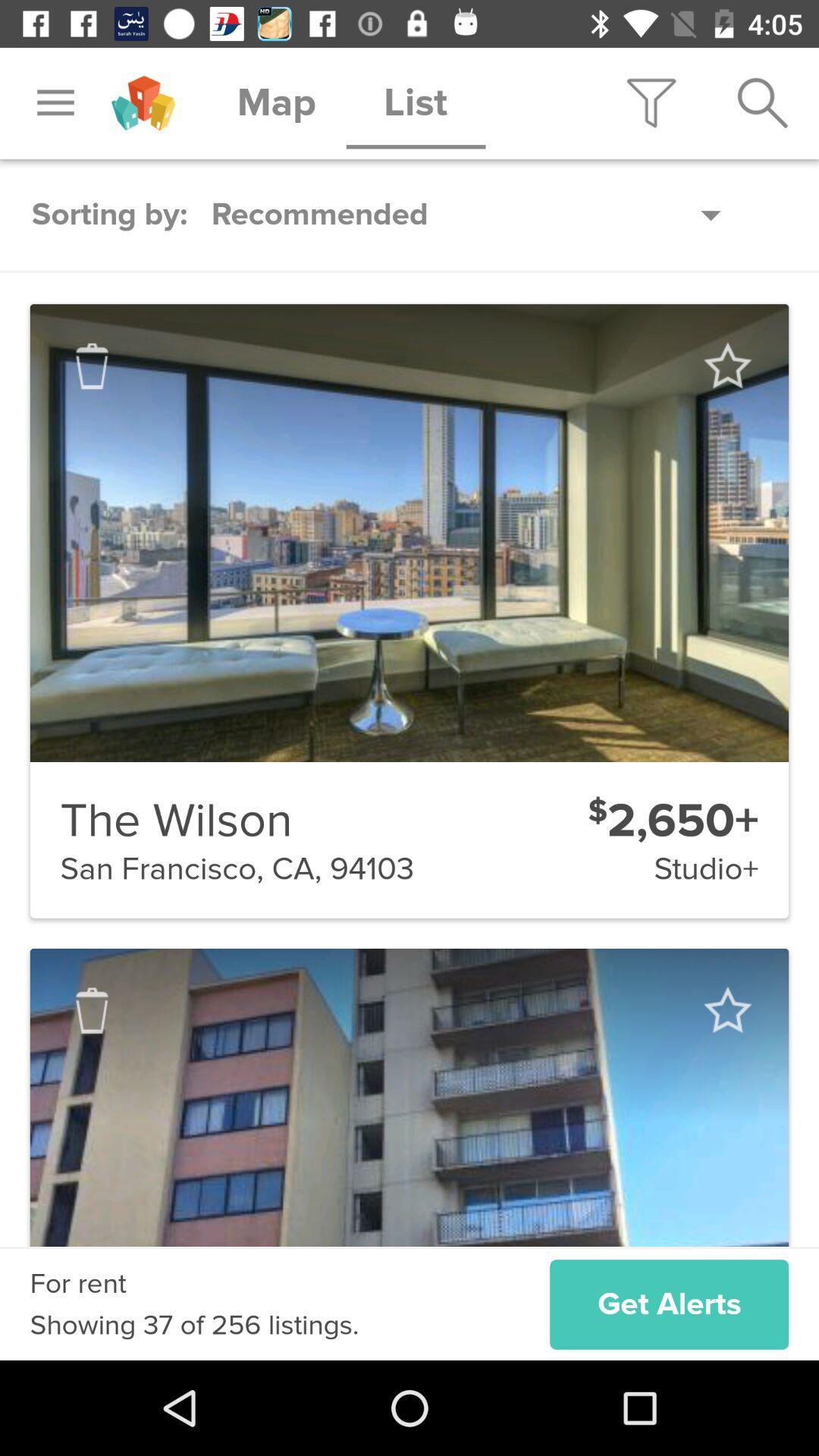 The height and width of the screenshot is (1456, 819). Describe the element at coordinates (92, 1010) in the screenshot. I see `delete button` at that location.